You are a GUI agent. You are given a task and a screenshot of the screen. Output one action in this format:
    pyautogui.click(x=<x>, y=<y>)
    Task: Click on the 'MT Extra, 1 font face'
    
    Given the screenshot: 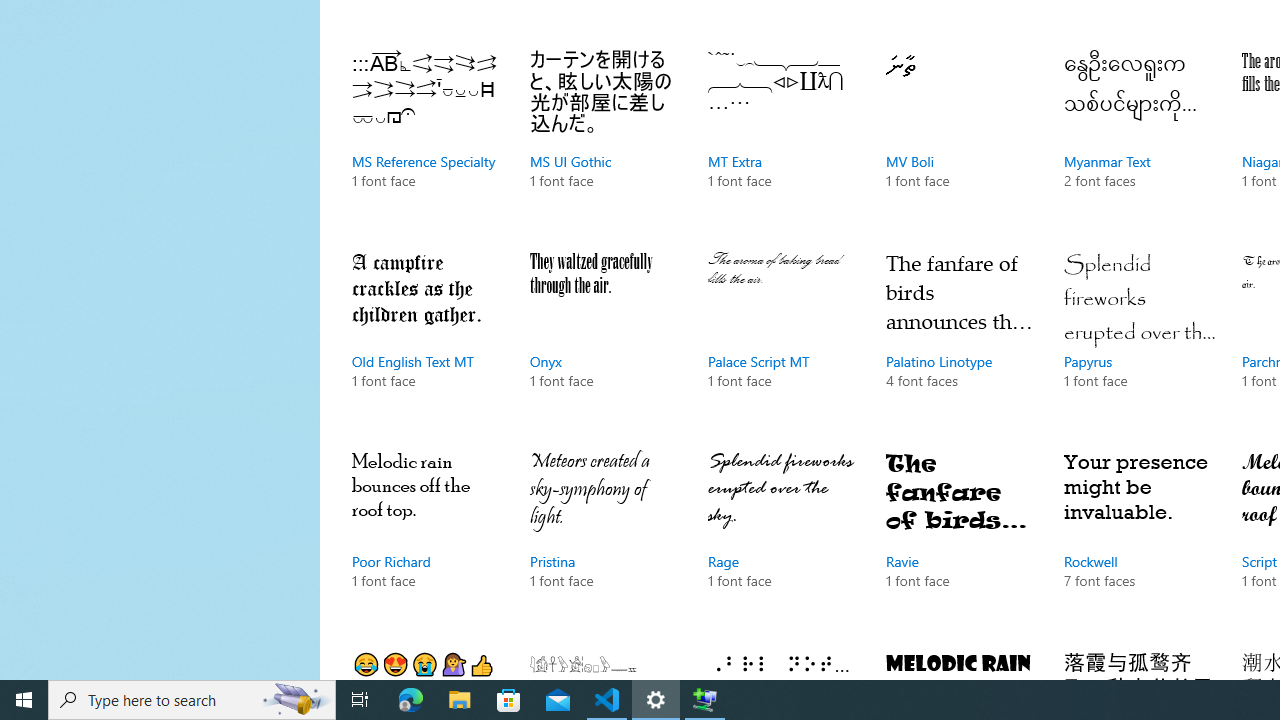 What is the action you would take?
    pyautogui.click(x=782, y=139)
    